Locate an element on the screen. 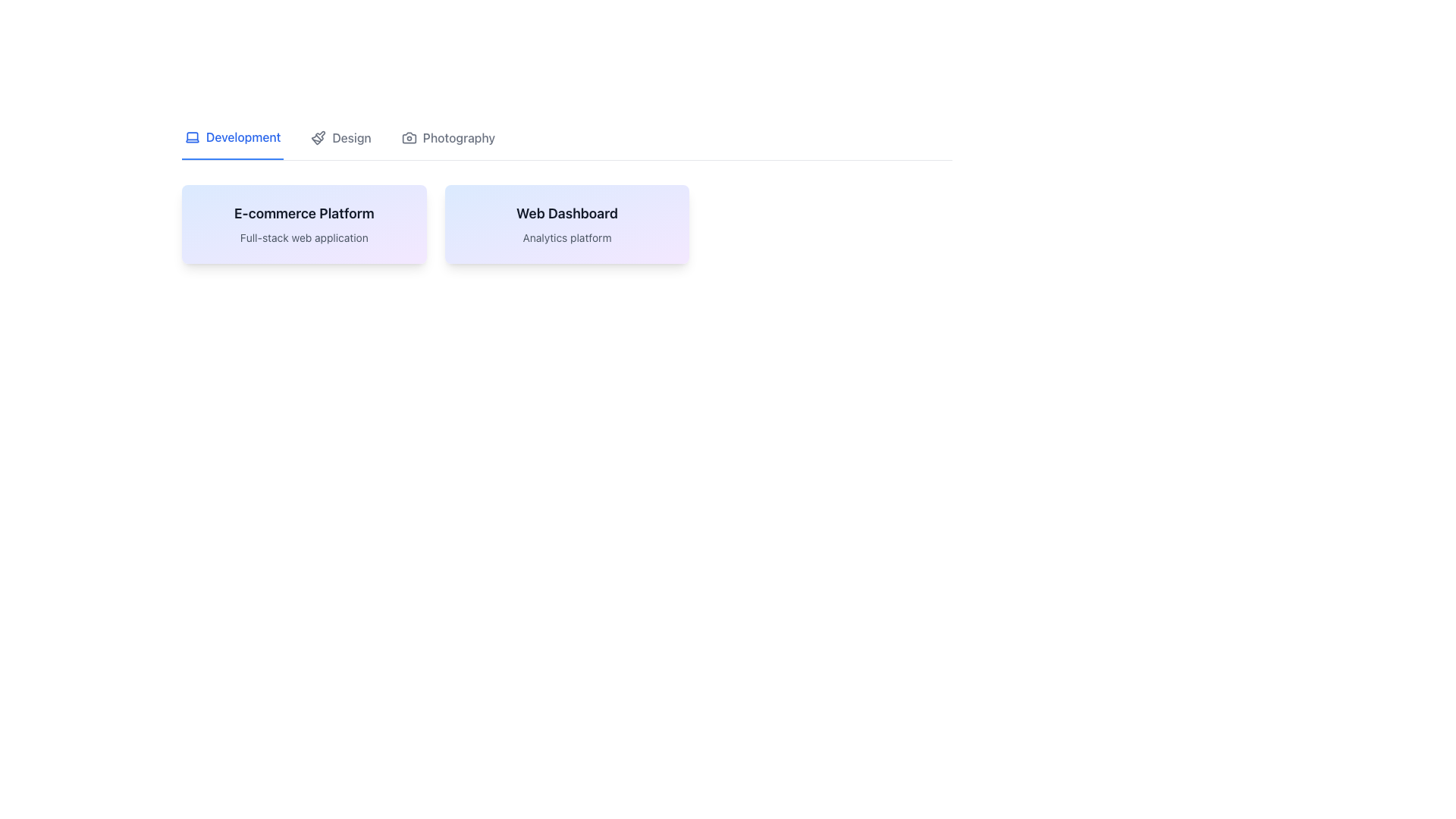  the laptop icon located in the top-left corner of the 'Development' tab, which has a minimalist outline design is located at coordinates (192, 137).